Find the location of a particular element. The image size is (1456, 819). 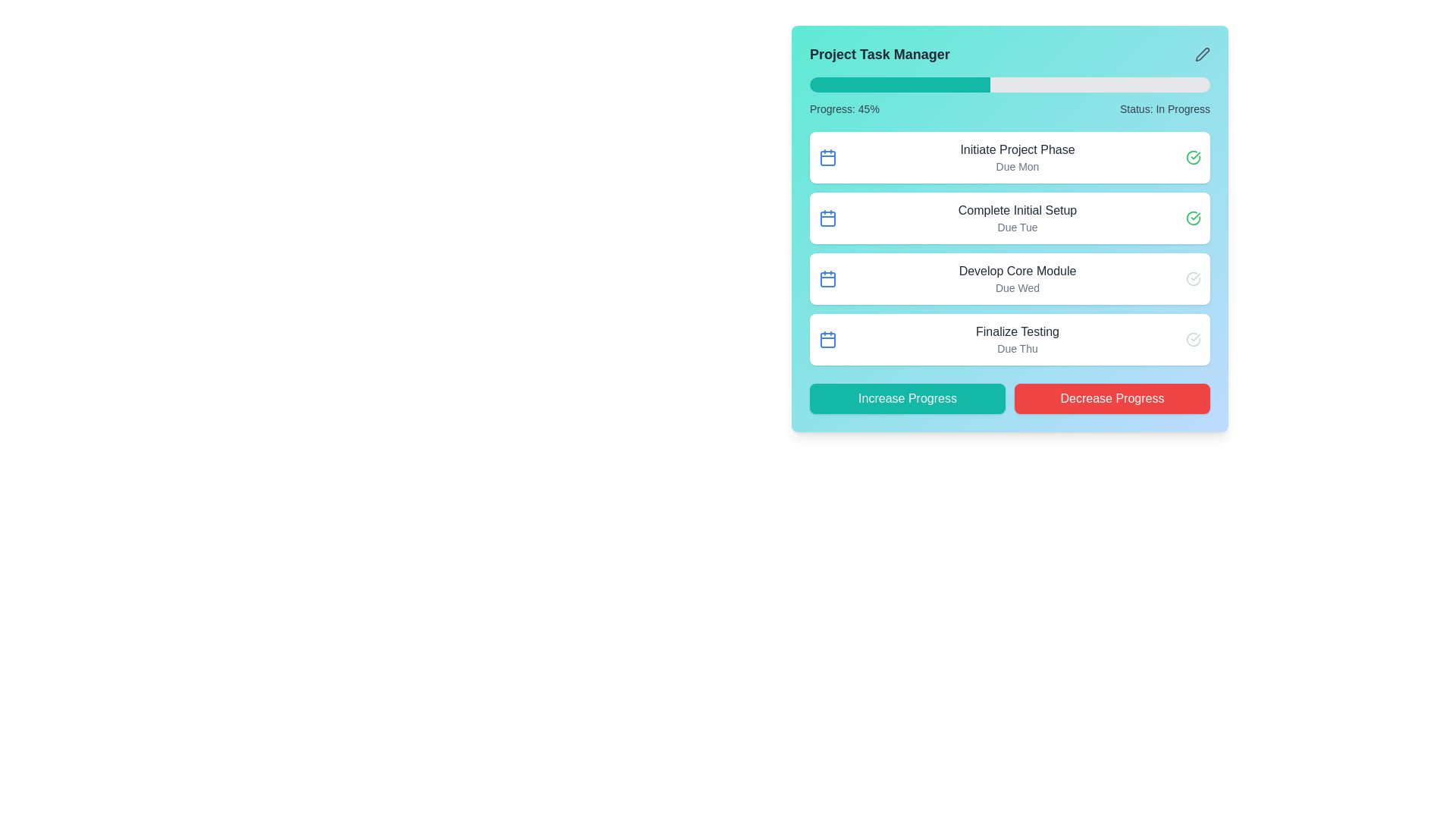

text of the Text label containing 'Develop Core Module', which is styled in medium weight and grayish color, located in the third list item of the vertical task list is located at coordinates (1018, 271).